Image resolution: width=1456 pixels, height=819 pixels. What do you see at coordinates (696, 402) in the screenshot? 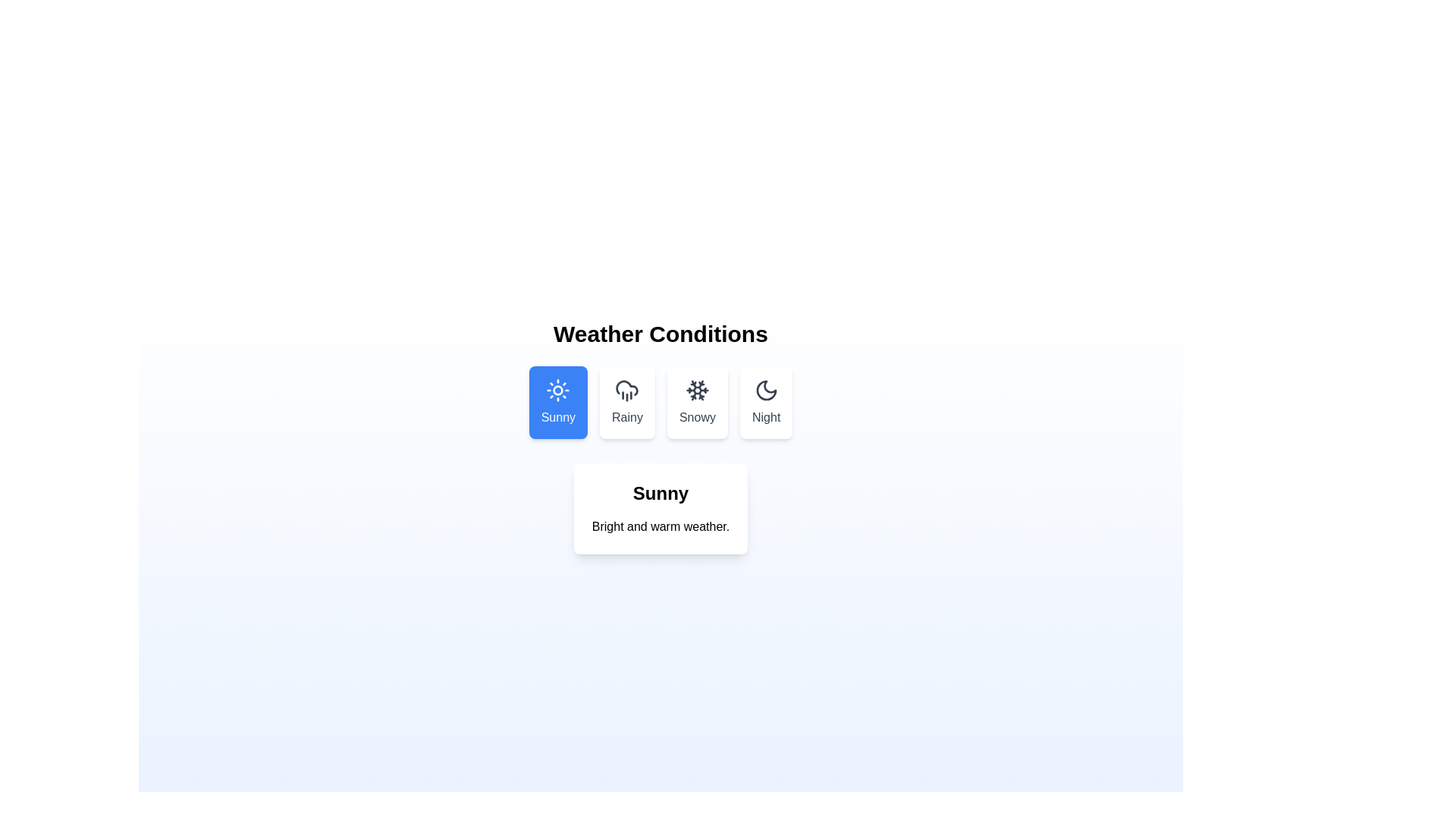
I see `the Snowy tab to view its weather condition` at bounding box center [696, 402].